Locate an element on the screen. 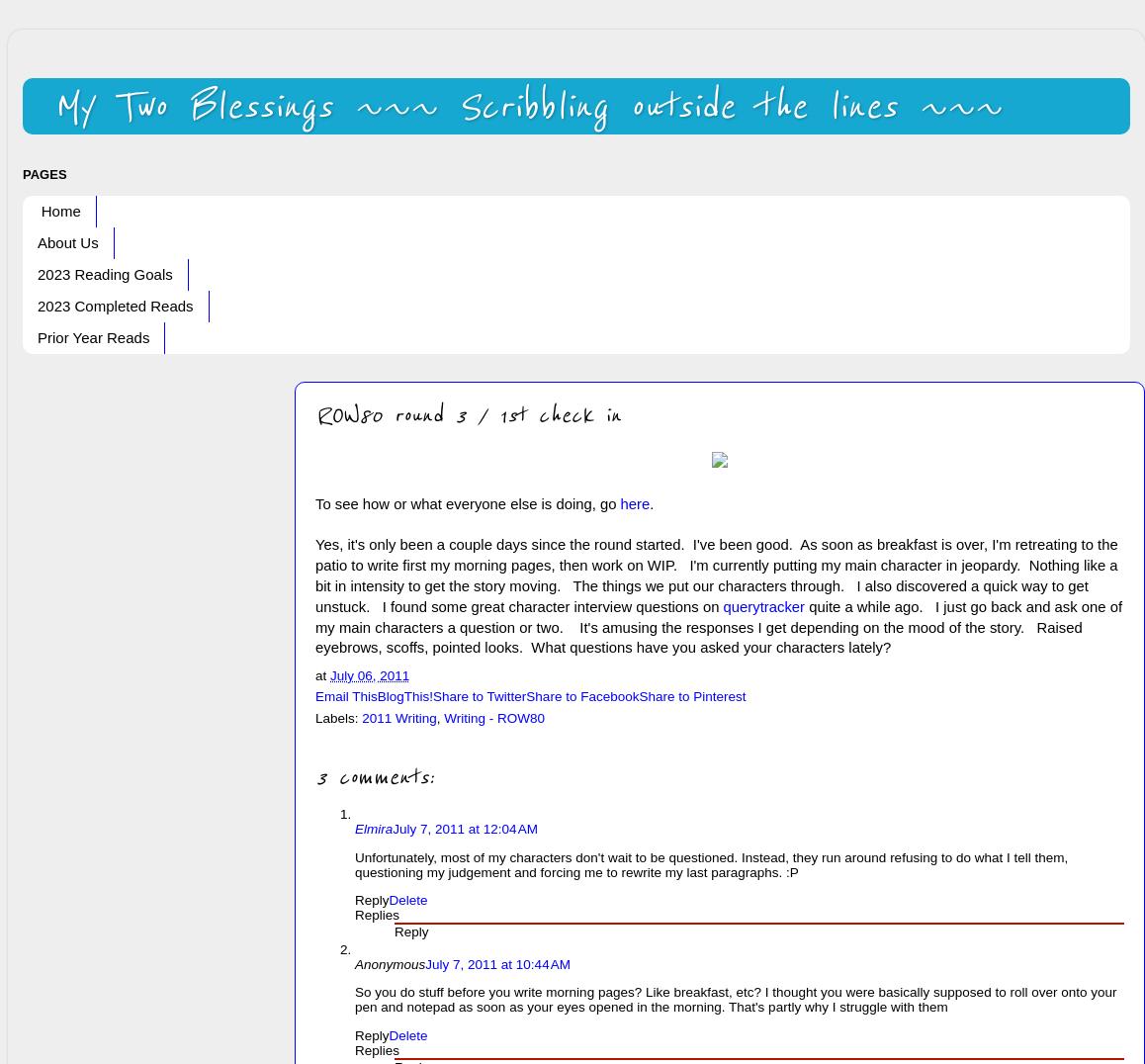  'Share to Facebook' is located at coordinates (525, 696).